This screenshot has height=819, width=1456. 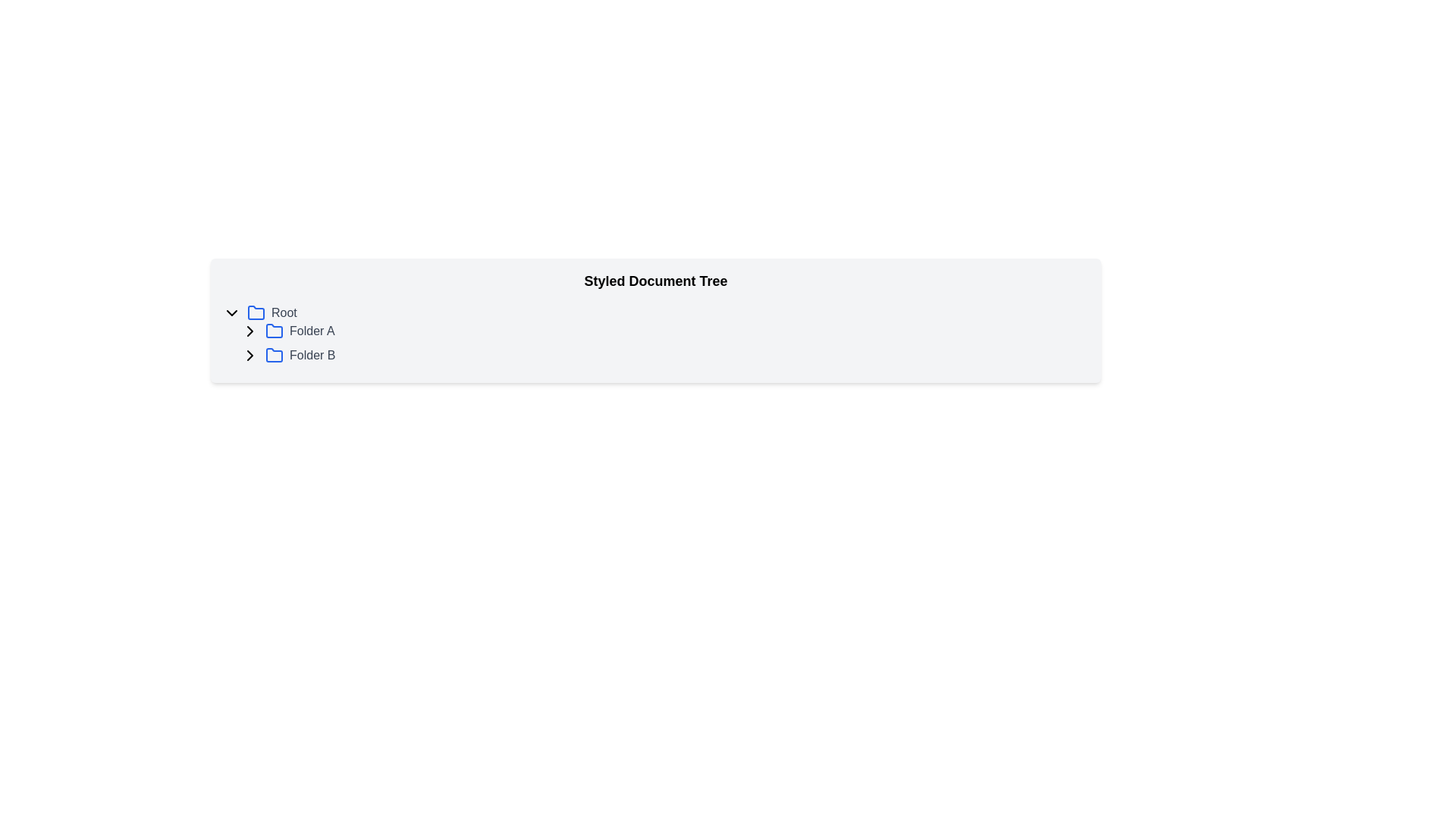 I want to click on the chevron-right icon next to the 'Folder B' text label, so click(x=250, y=330).